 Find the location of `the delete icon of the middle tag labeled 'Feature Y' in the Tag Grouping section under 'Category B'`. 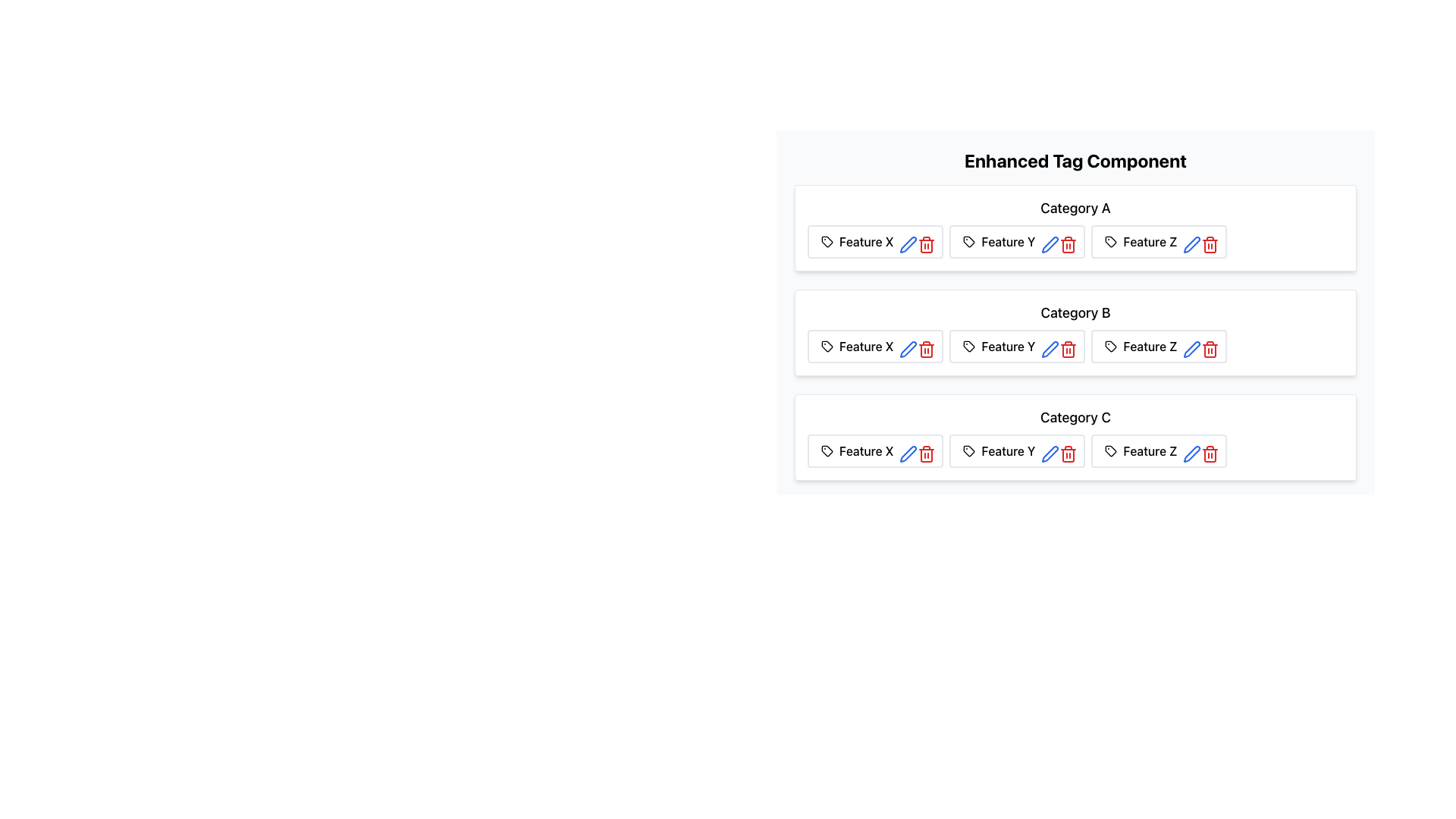

the delete icon of the middle tag labeled 'Feature Y' in the Tag Grouping section under 'Category B' is located at coordinates (1075, 346).